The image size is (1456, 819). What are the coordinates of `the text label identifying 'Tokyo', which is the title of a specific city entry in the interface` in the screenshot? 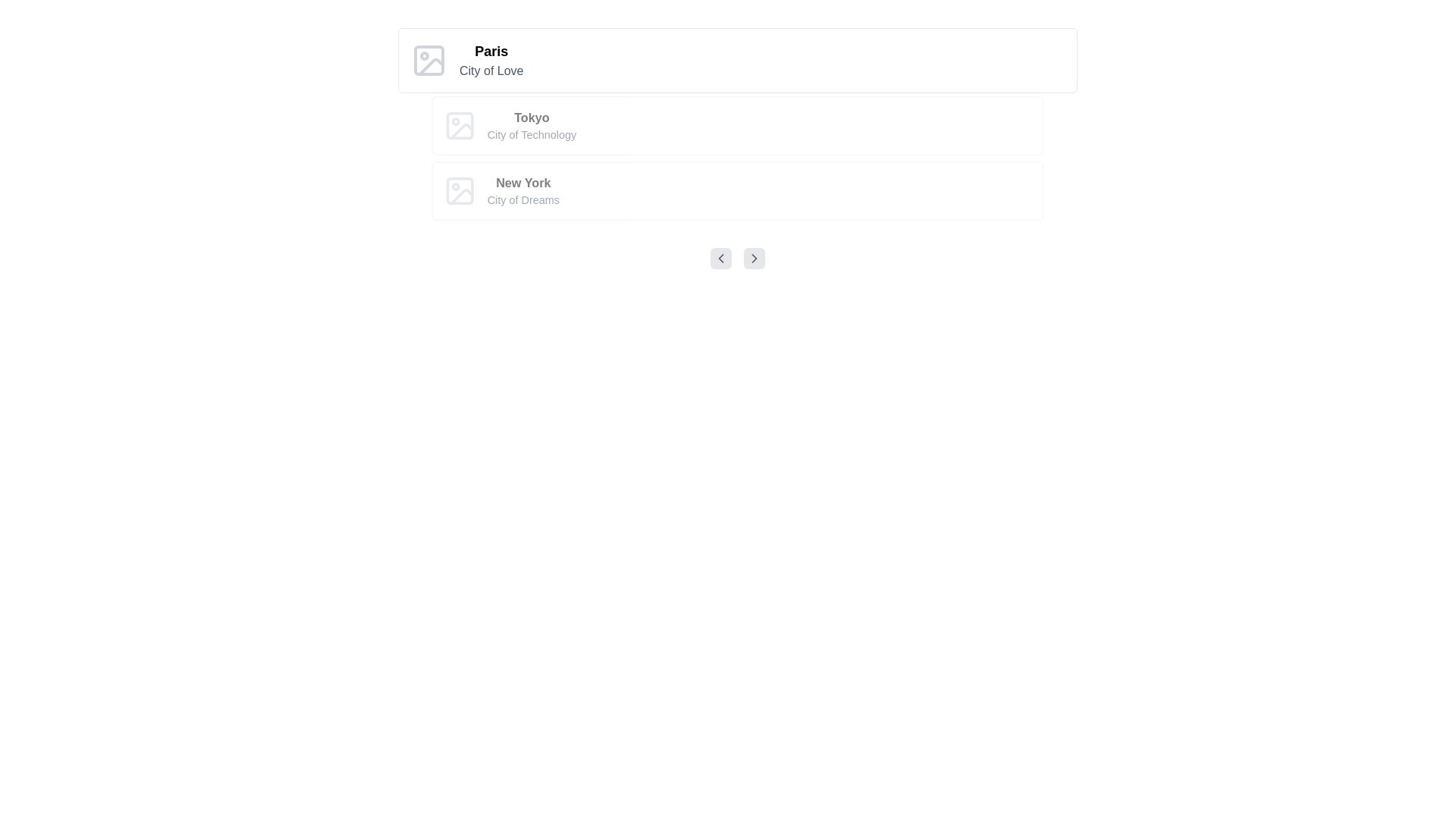 It's located at (532, 117).